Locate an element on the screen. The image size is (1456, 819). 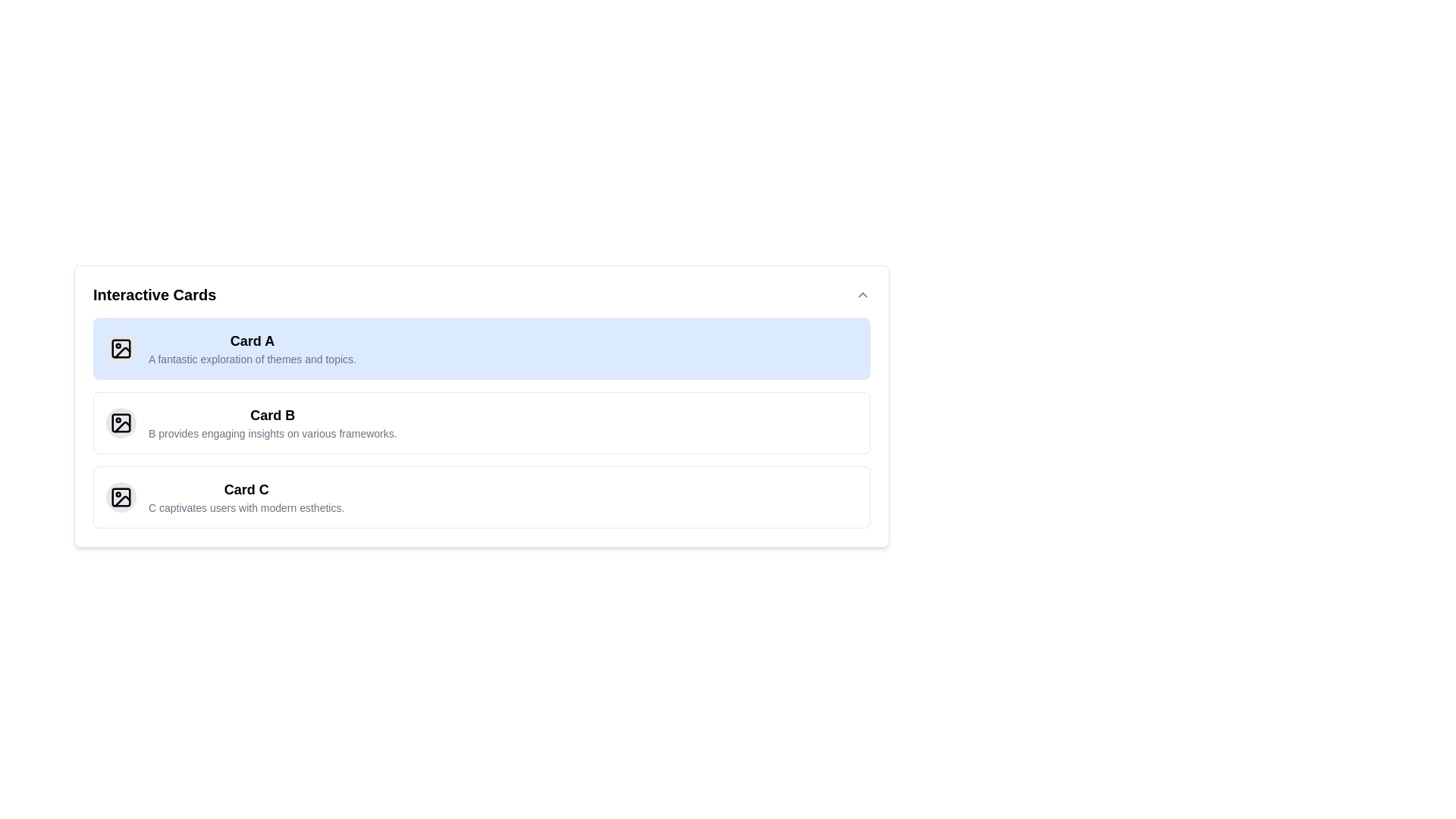
the primary textual content of the first card in a vertically stacked list for copying is located at coordinates (252, 348).